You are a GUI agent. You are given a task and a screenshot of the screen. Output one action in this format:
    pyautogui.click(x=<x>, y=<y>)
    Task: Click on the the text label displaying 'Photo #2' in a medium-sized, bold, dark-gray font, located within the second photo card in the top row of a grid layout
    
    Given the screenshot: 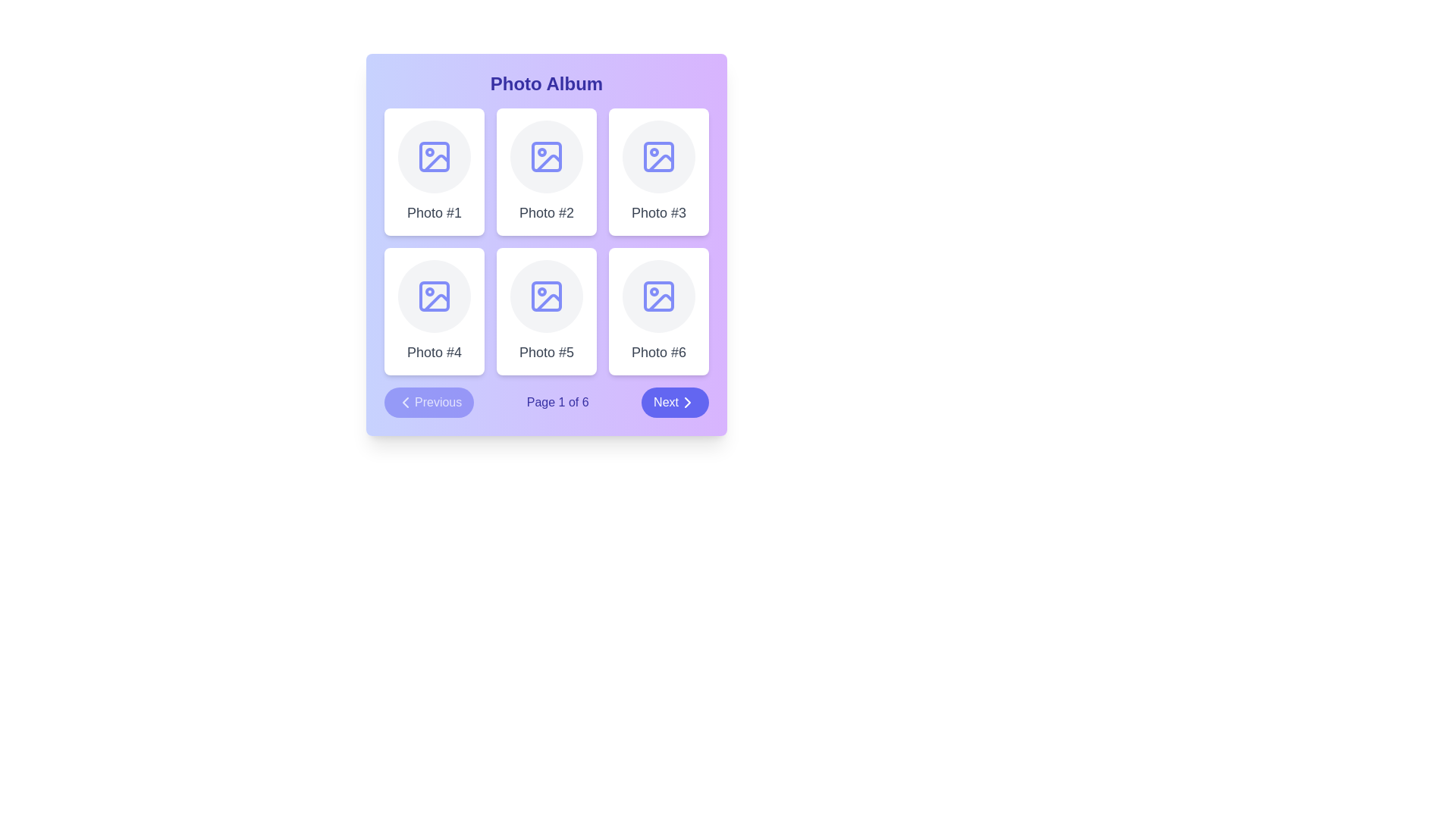 What is the action you would take?
    pyautogui.click(x=546, y=213)
    